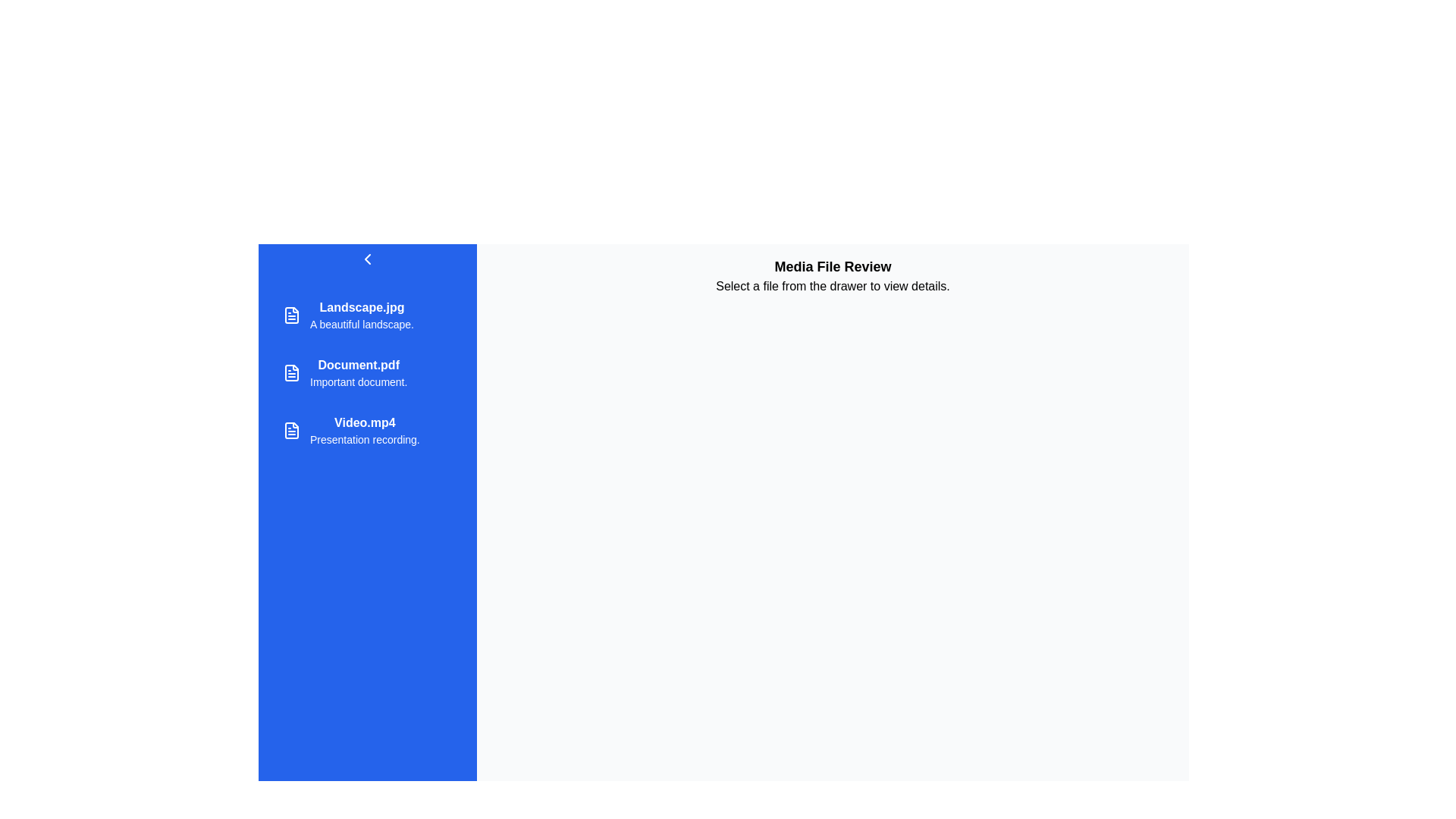  I want to click on on the first list item displaying 'Landscape.jpg' with the description 'A beautiful landscape', so click(361, 315).